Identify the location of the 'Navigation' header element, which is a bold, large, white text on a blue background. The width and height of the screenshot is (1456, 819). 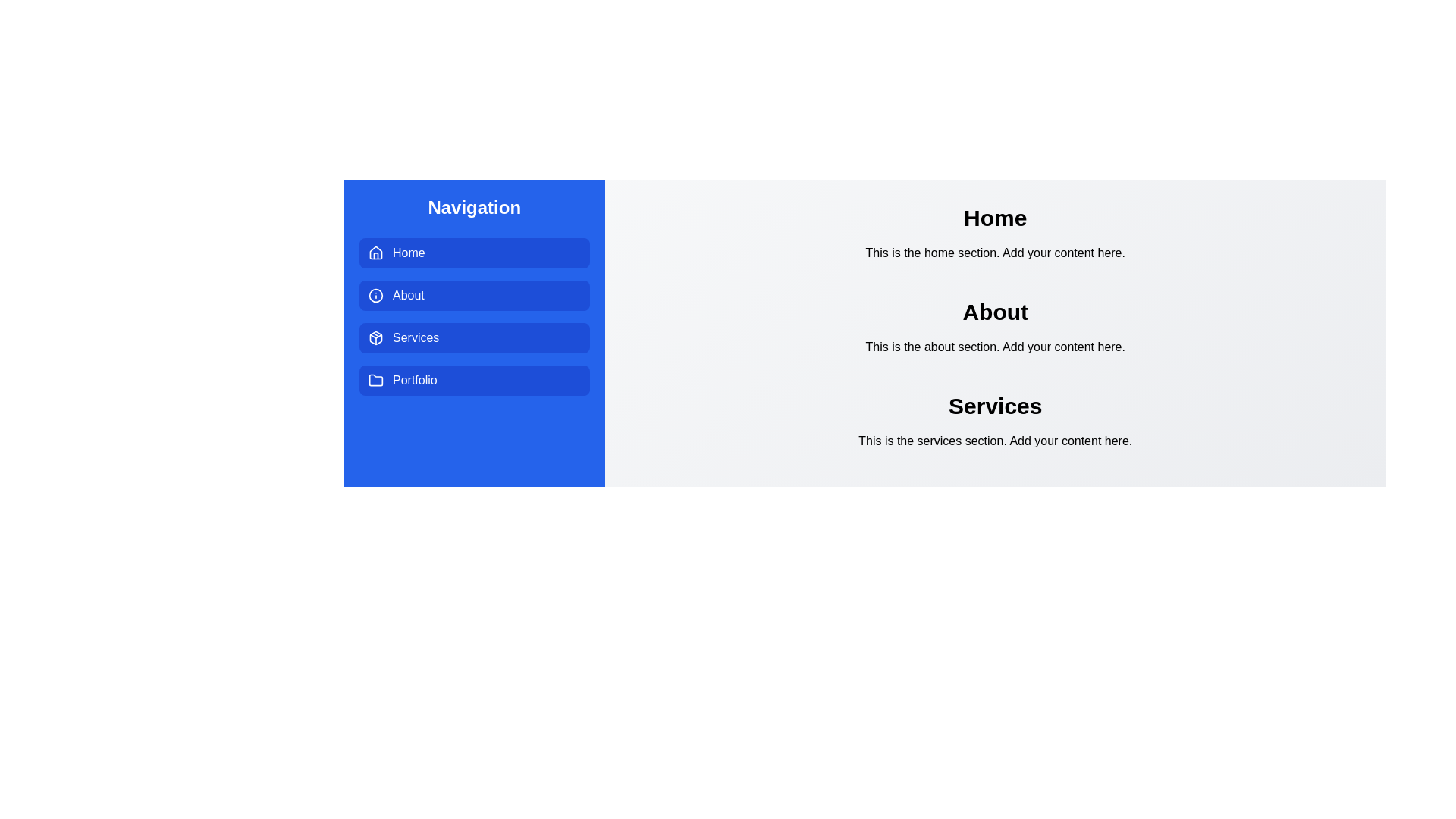
(473, 207).